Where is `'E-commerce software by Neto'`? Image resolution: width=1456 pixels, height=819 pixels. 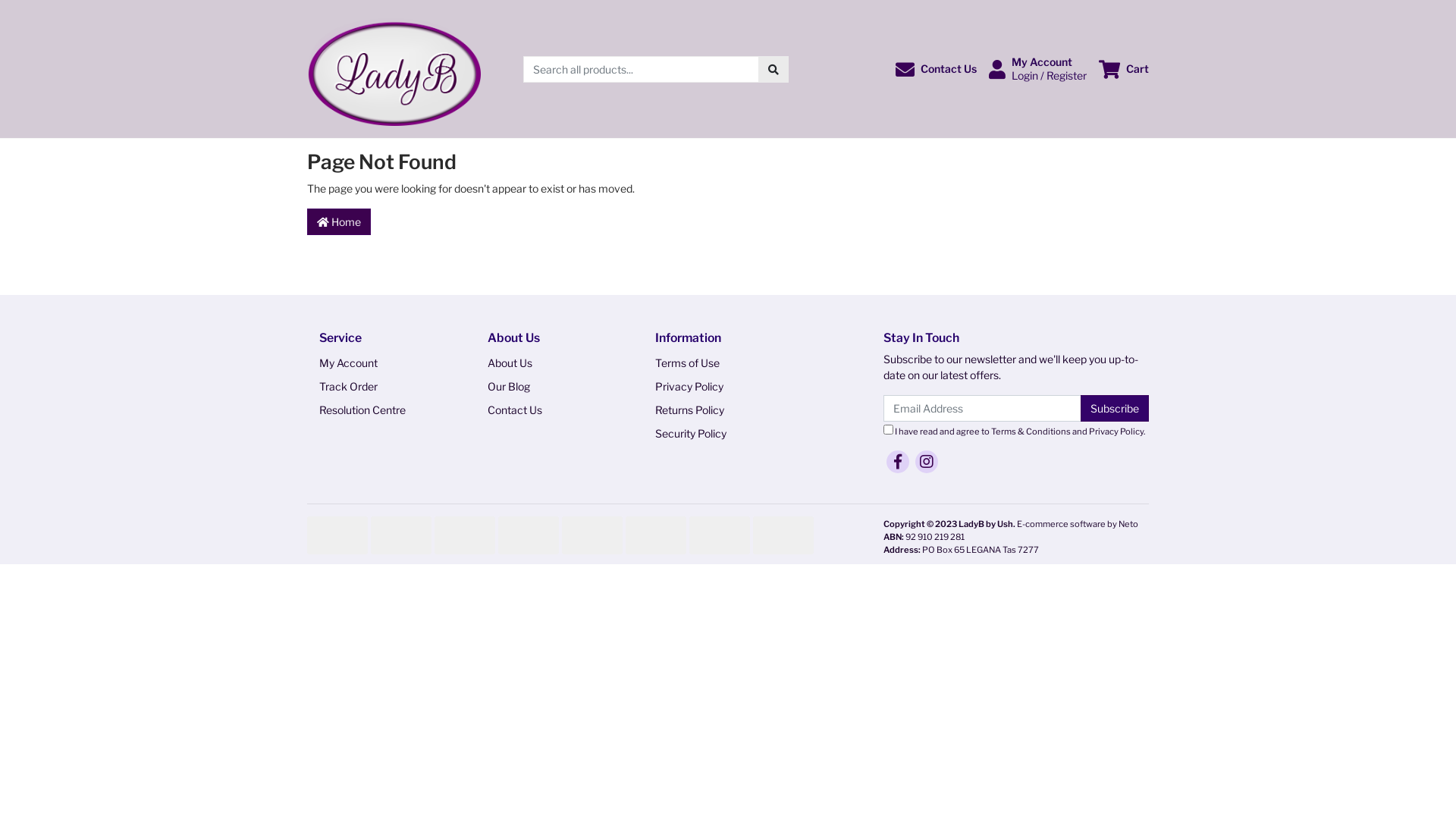
'E-commerce software by Neto' is located at coordinates (1076, 522).